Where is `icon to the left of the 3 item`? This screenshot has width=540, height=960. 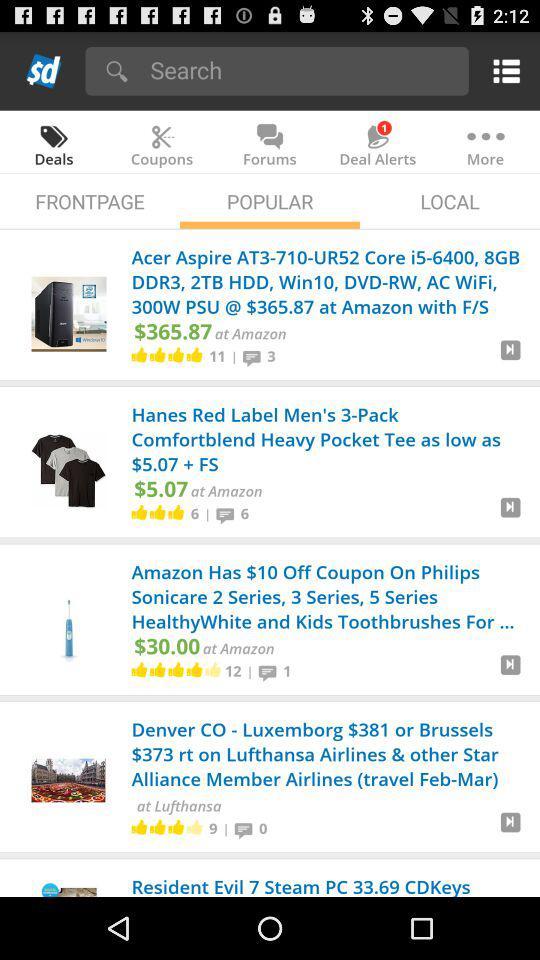 icon to the left of the 3 item is located at coordinates (255, 356).